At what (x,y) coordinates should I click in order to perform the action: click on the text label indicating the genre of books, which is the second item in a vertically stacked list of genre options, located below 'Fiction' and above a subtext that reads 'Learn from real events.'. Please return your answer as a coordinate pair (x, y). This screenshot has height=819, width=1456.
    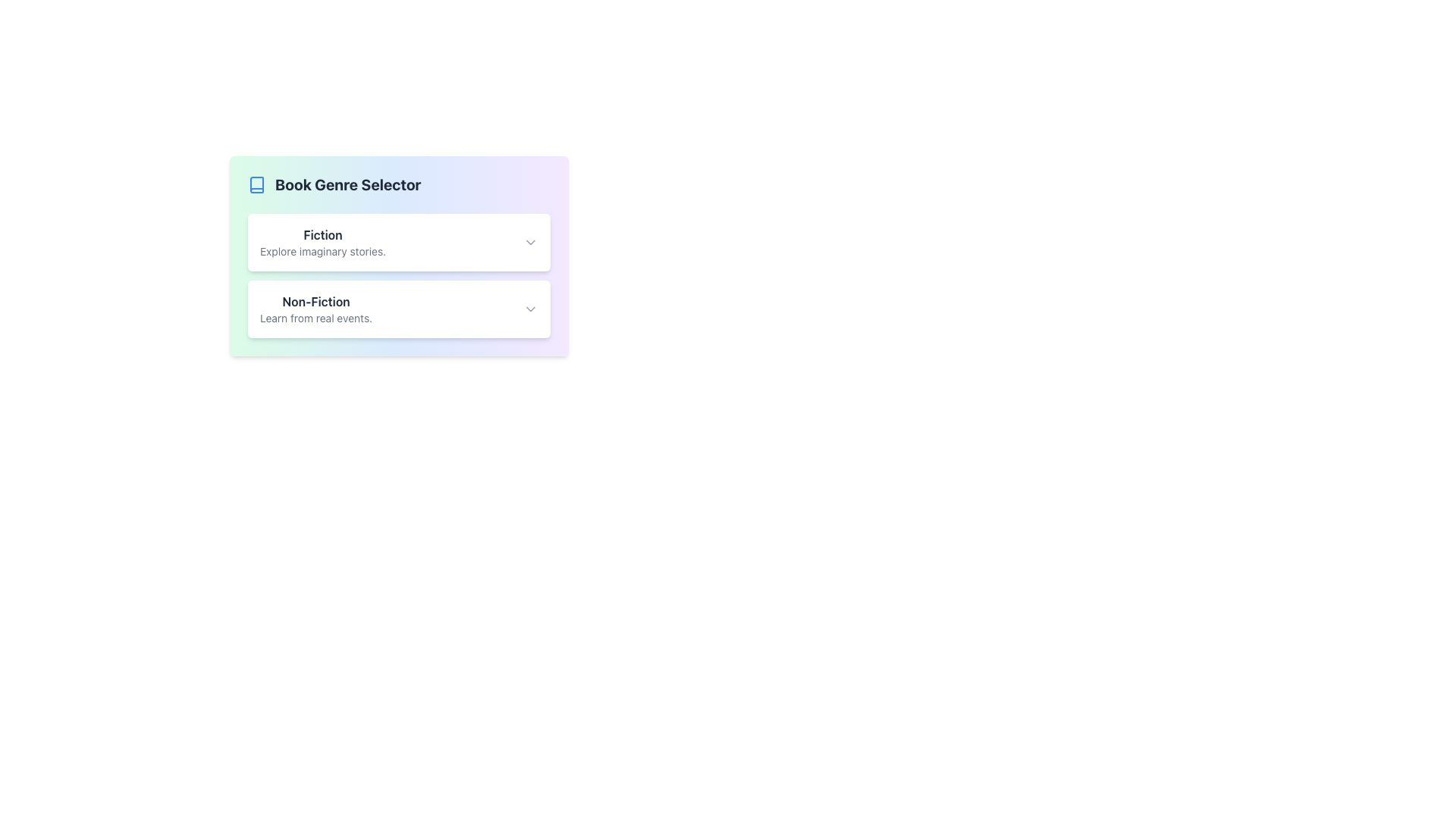
    Looking at the image, I should click on (315, 301).